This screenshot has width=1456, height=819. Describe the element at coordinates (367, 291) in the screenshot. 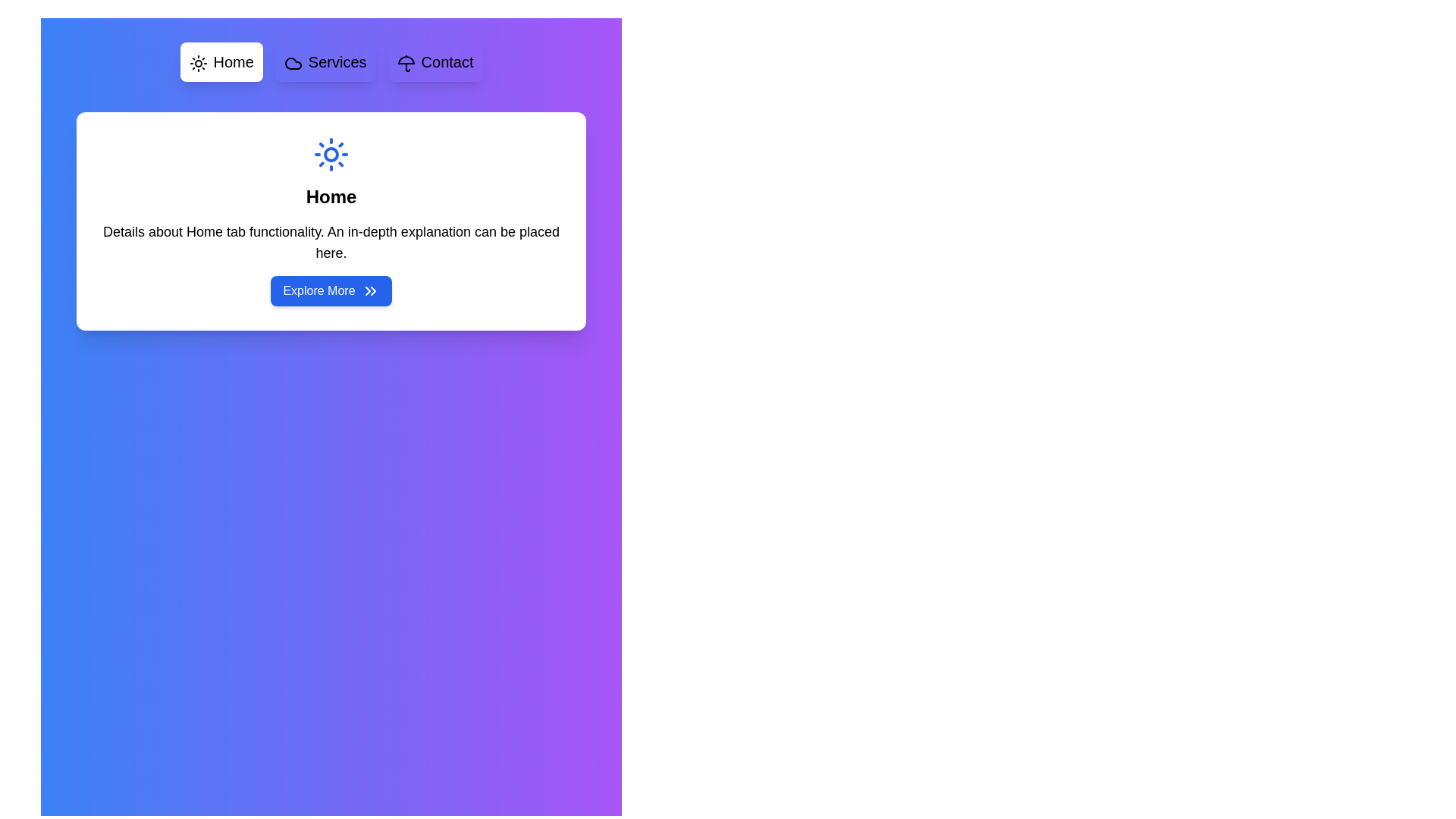

I see `the first chevron icon within the SVG group located at the bottom center of the 'Explore More' button to suggest forward progression or additional content` at that location.